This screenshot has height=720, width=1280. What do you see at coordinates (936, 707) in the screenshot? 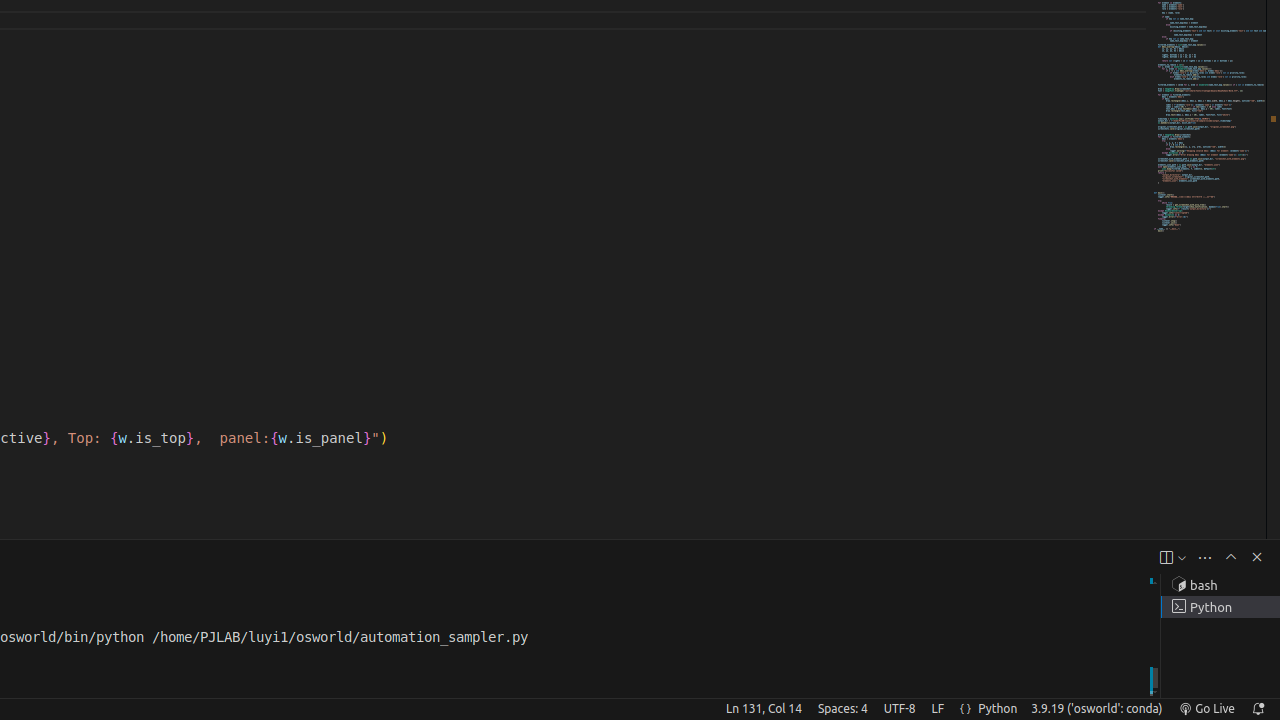
I see `'LF'` at bounding box center [936, 707].